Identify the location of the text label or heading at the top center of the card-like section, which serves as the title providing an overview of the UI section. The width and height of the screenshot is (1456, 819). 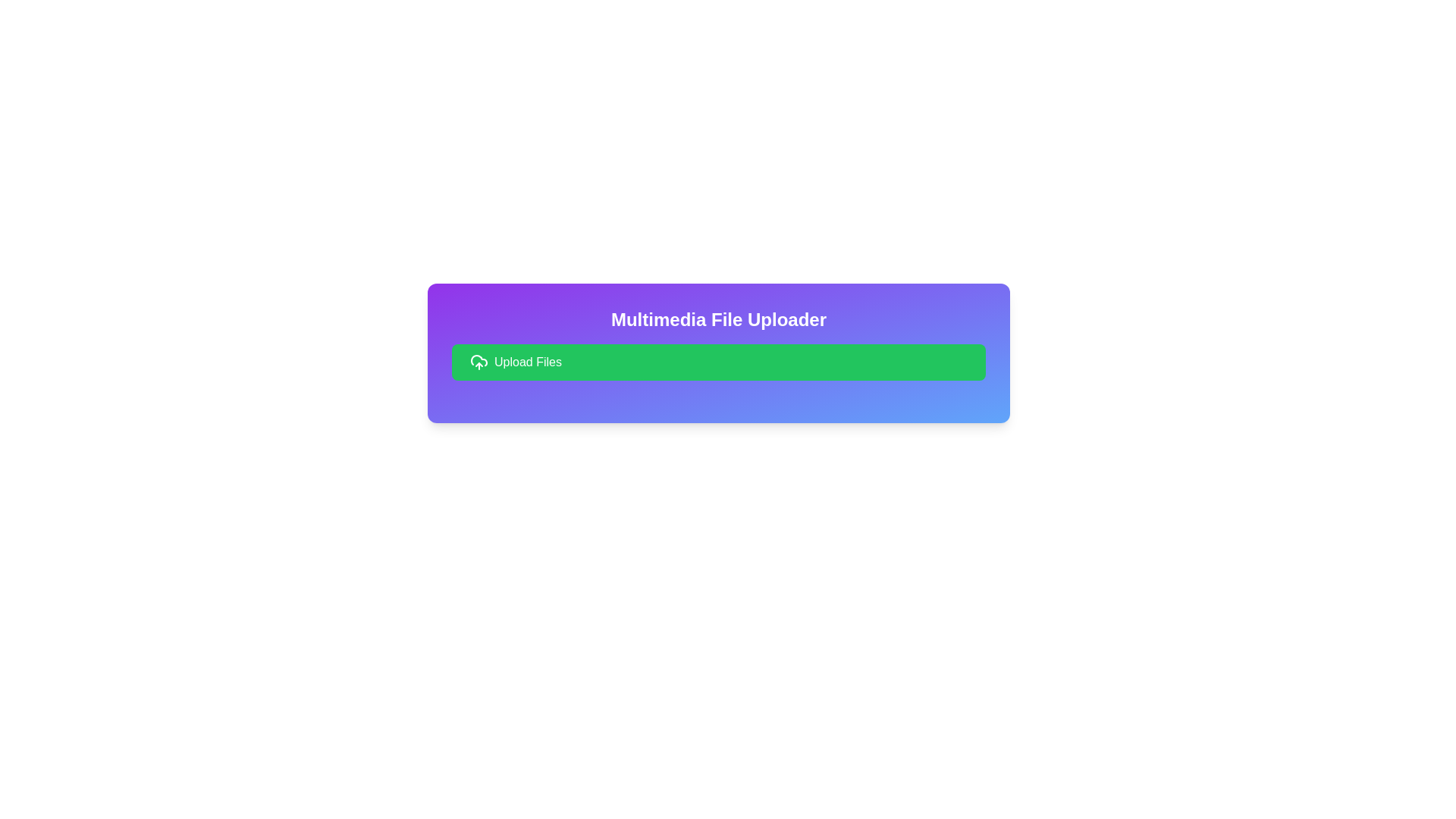
(718, 318).